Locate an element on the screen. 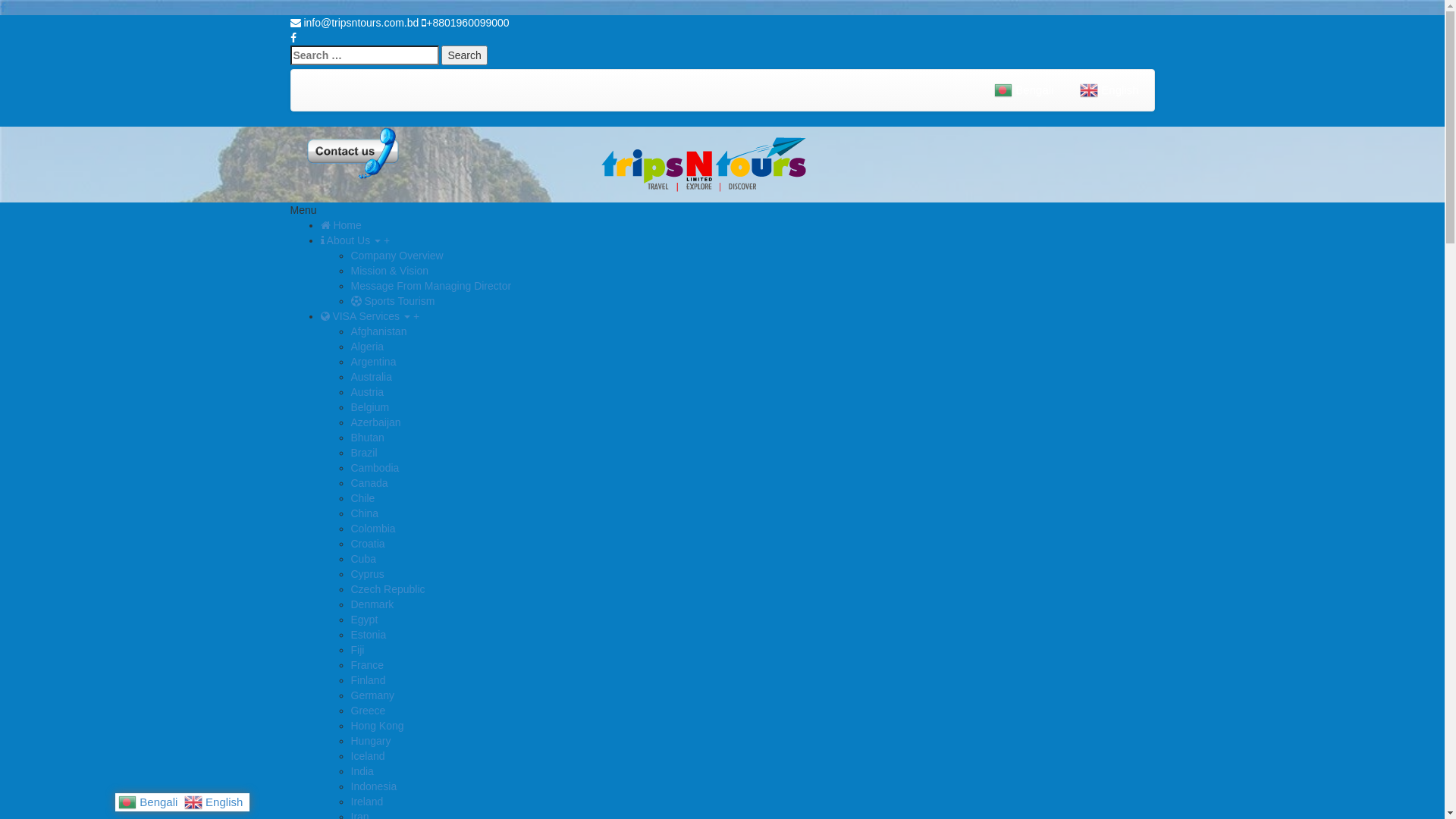 This screenshot has width=1456, height=819. 'Iceland' is located at coordinates (367, 755).